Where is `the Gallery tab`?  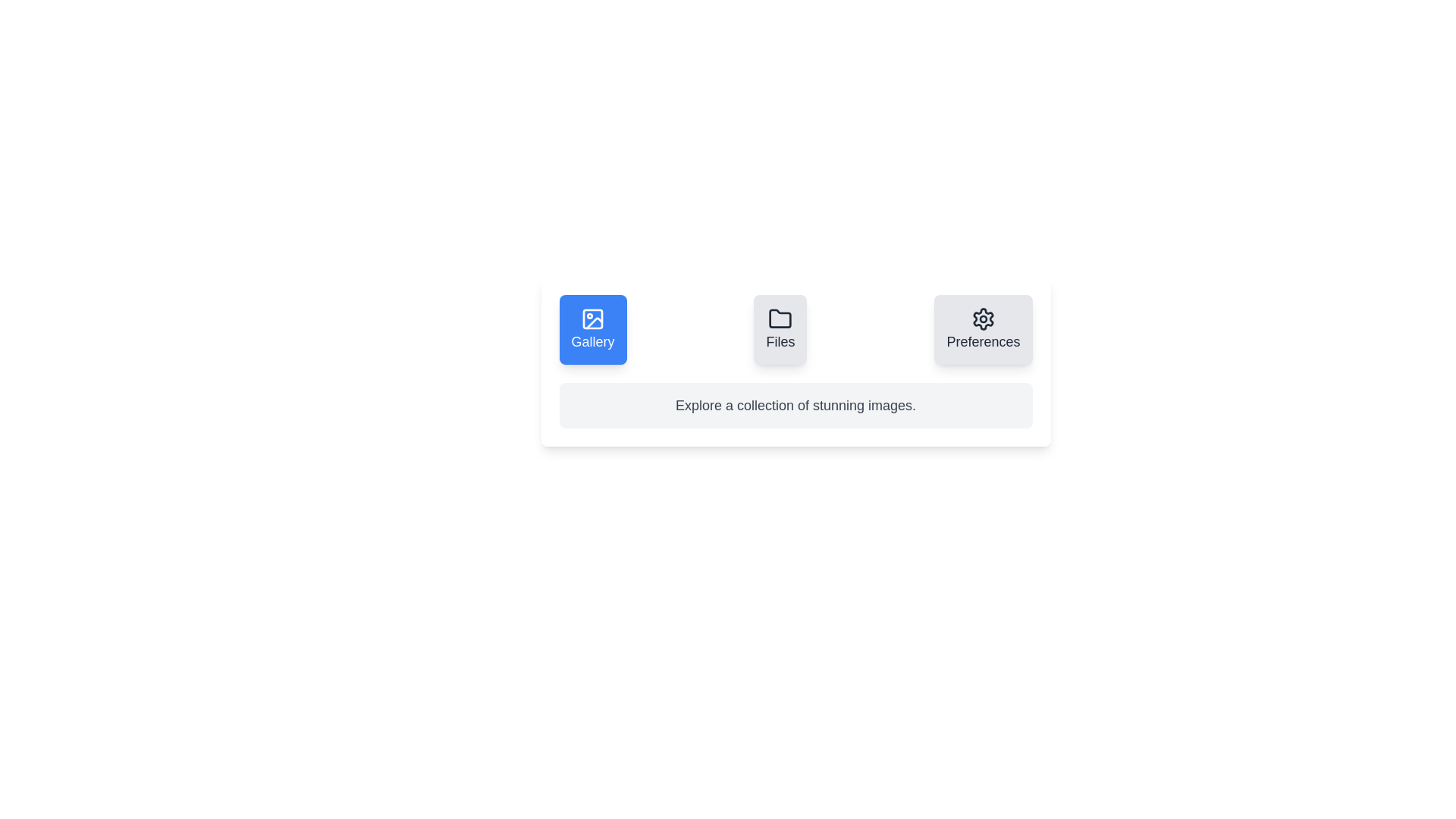 the Gallery tab is located at coordinates (592, 329).